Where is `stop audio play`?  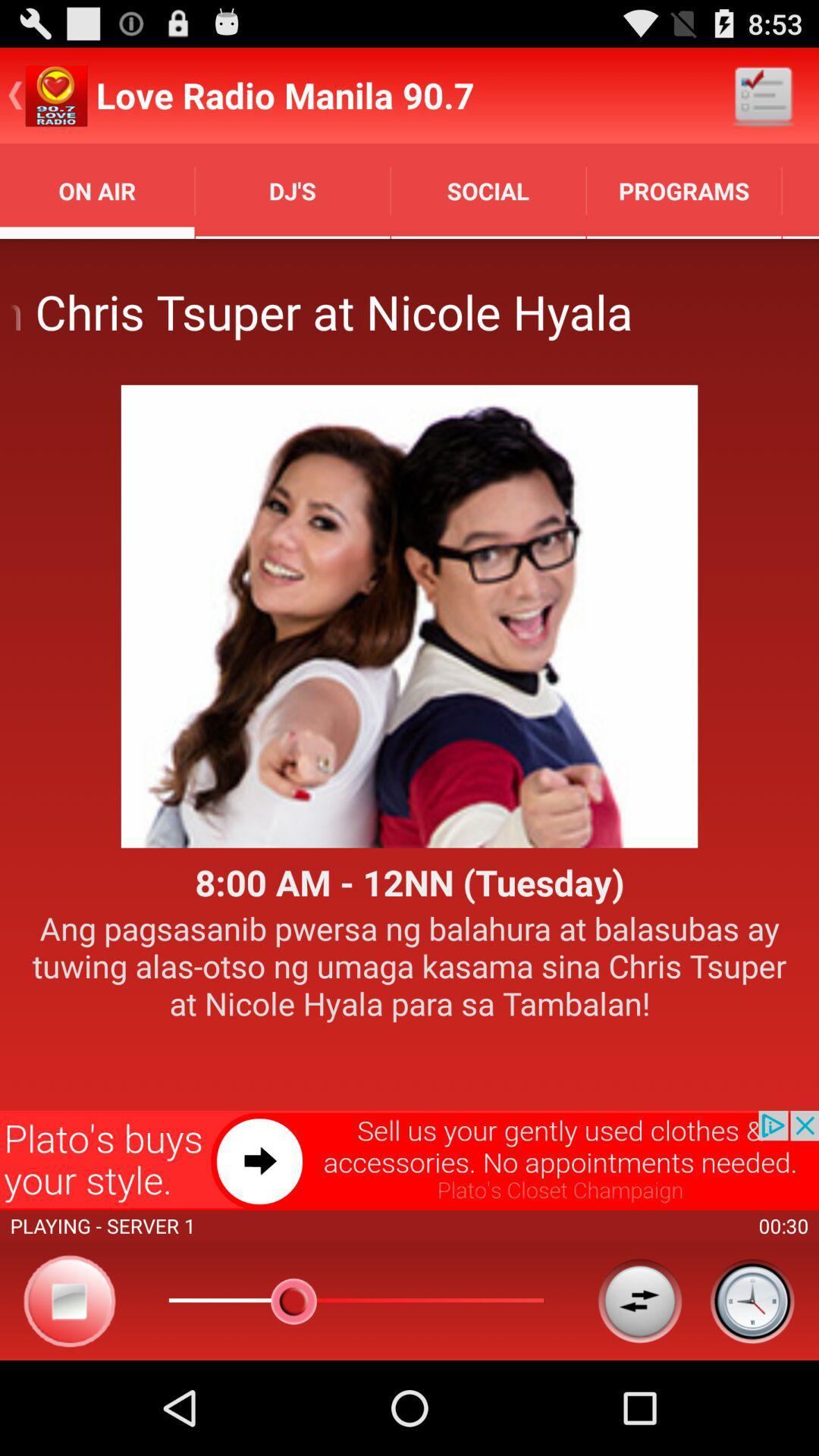
stop audio play is located at coordinates (69, 1300).